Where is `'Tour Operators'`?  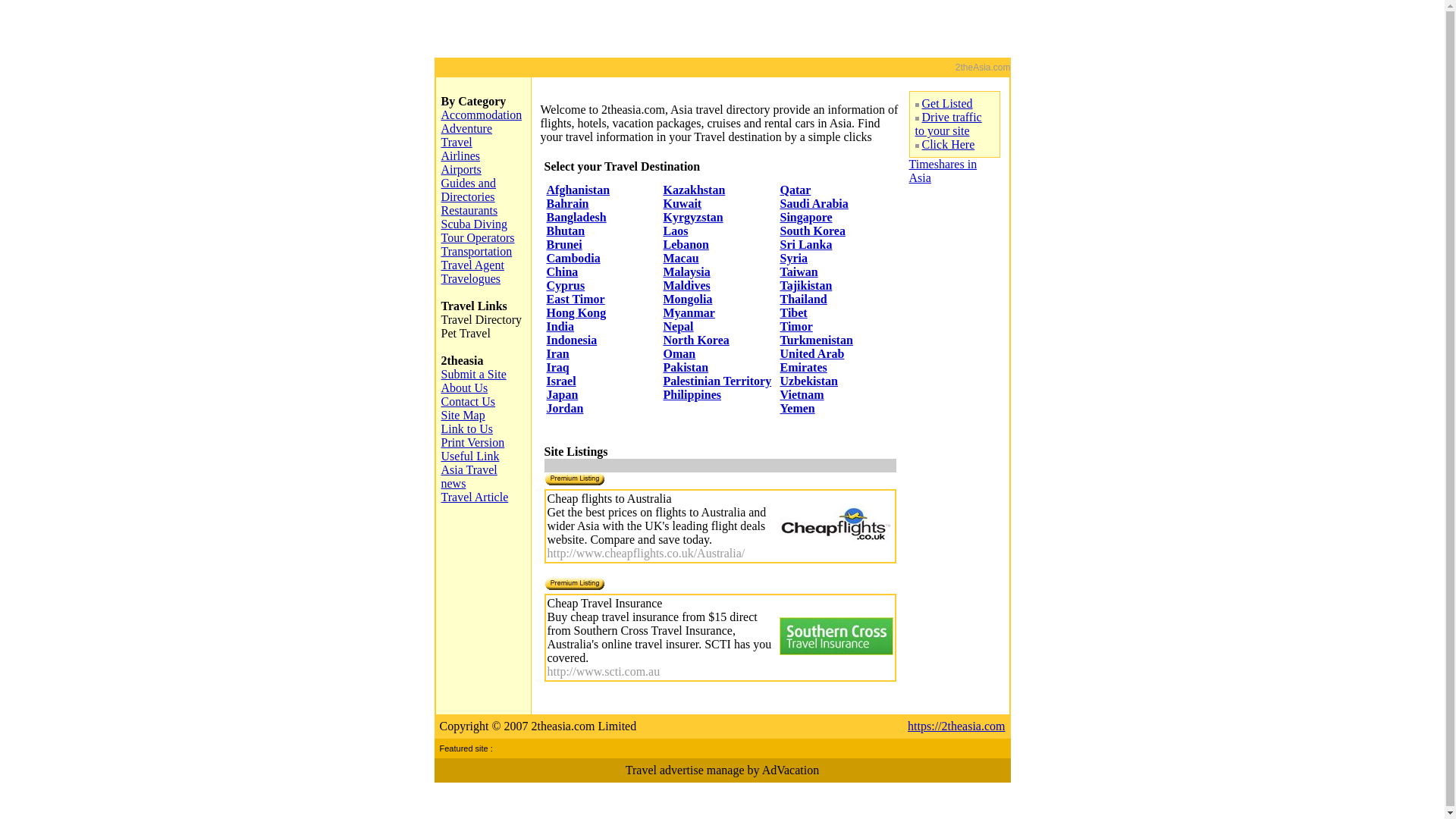 'Tour Operators' is located at coordinates (440, 237).